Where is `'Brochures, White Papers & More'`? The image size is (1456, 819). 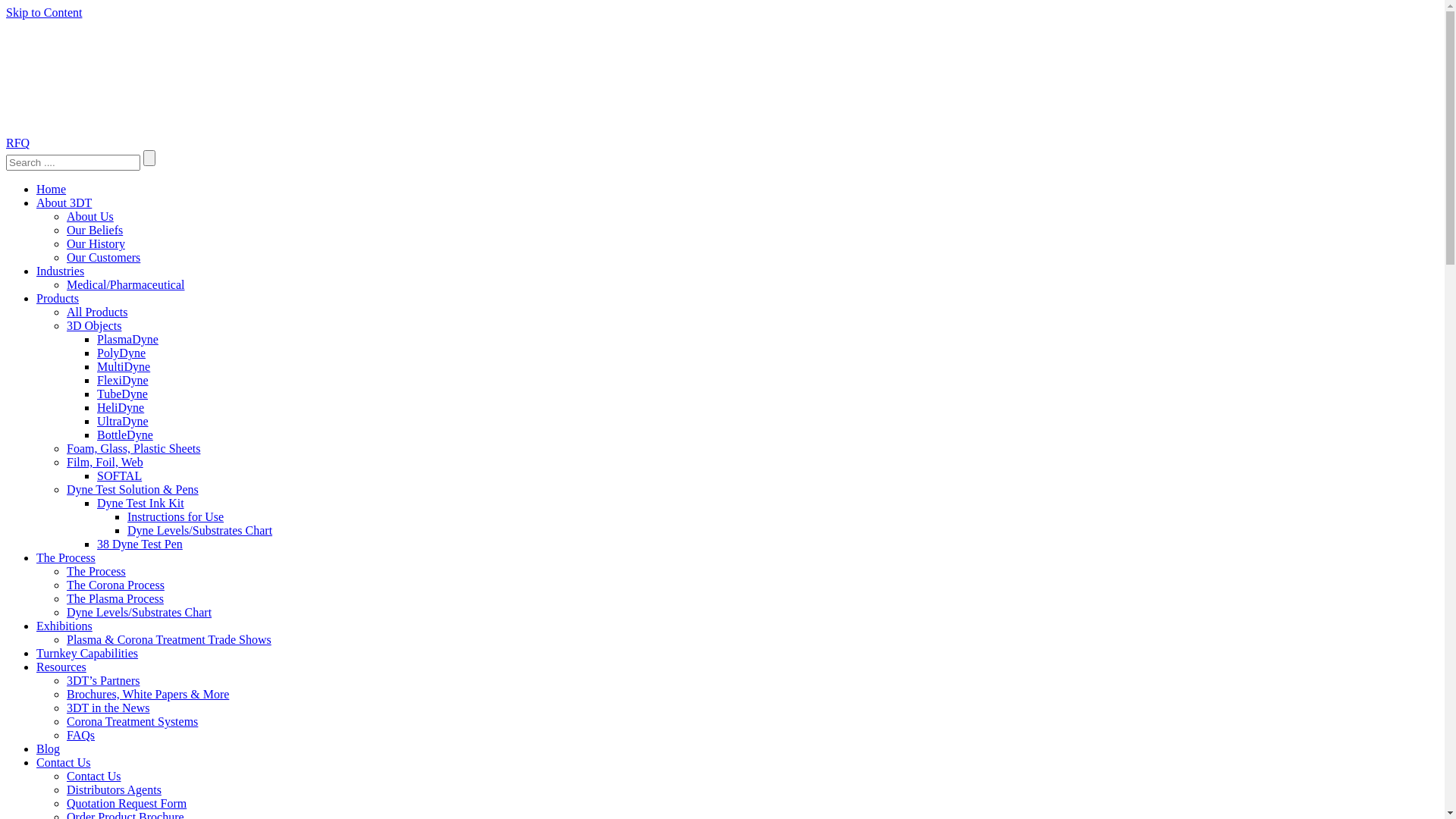
'Brochures, White Papers & More' is located at coordinates (65, 694).